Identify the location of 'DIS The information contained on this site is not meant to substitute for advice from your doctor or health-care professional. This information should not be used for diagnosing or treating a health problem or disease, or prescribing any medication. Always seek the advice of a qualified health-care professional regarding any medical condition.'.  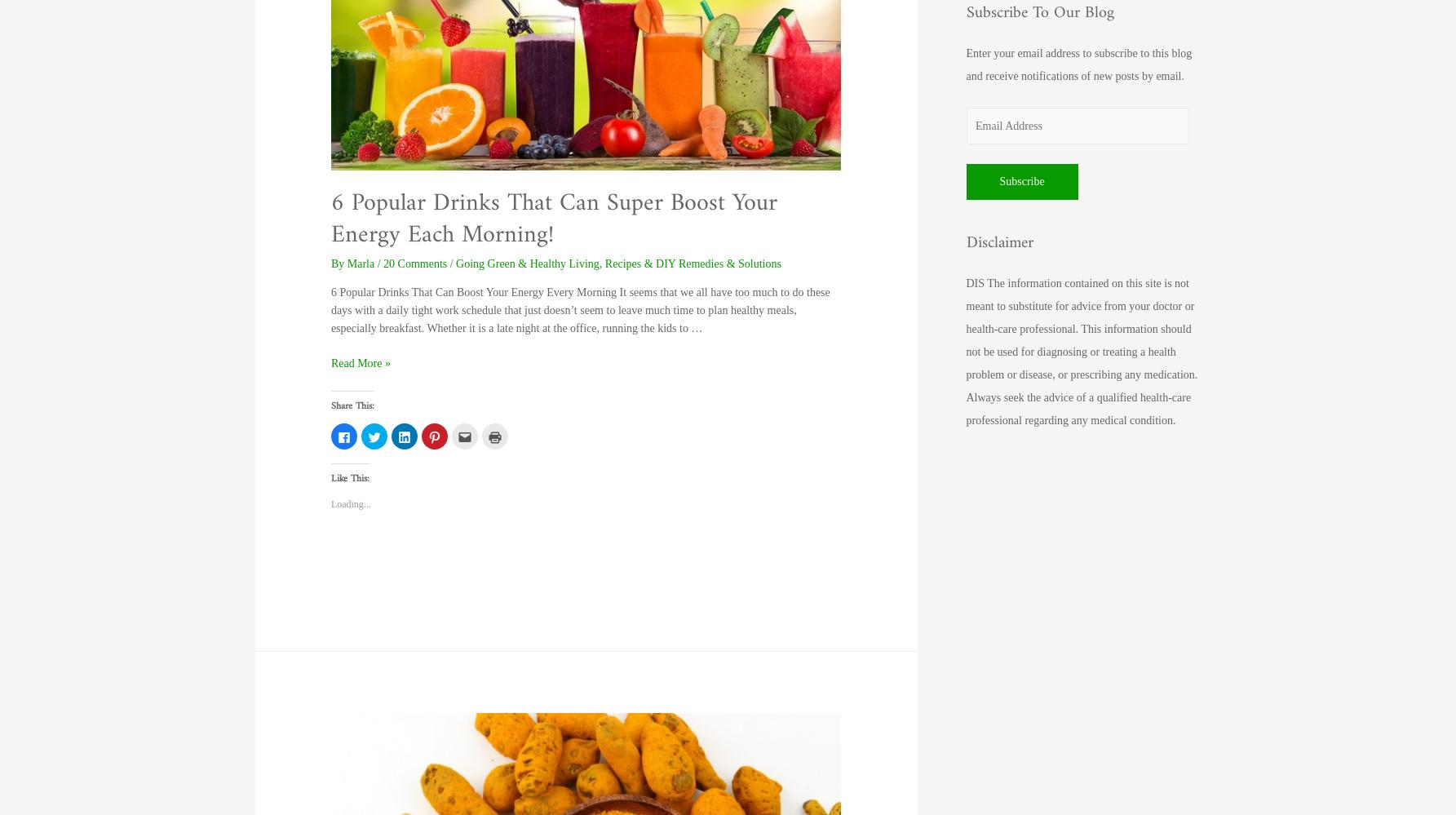
(964, 350).